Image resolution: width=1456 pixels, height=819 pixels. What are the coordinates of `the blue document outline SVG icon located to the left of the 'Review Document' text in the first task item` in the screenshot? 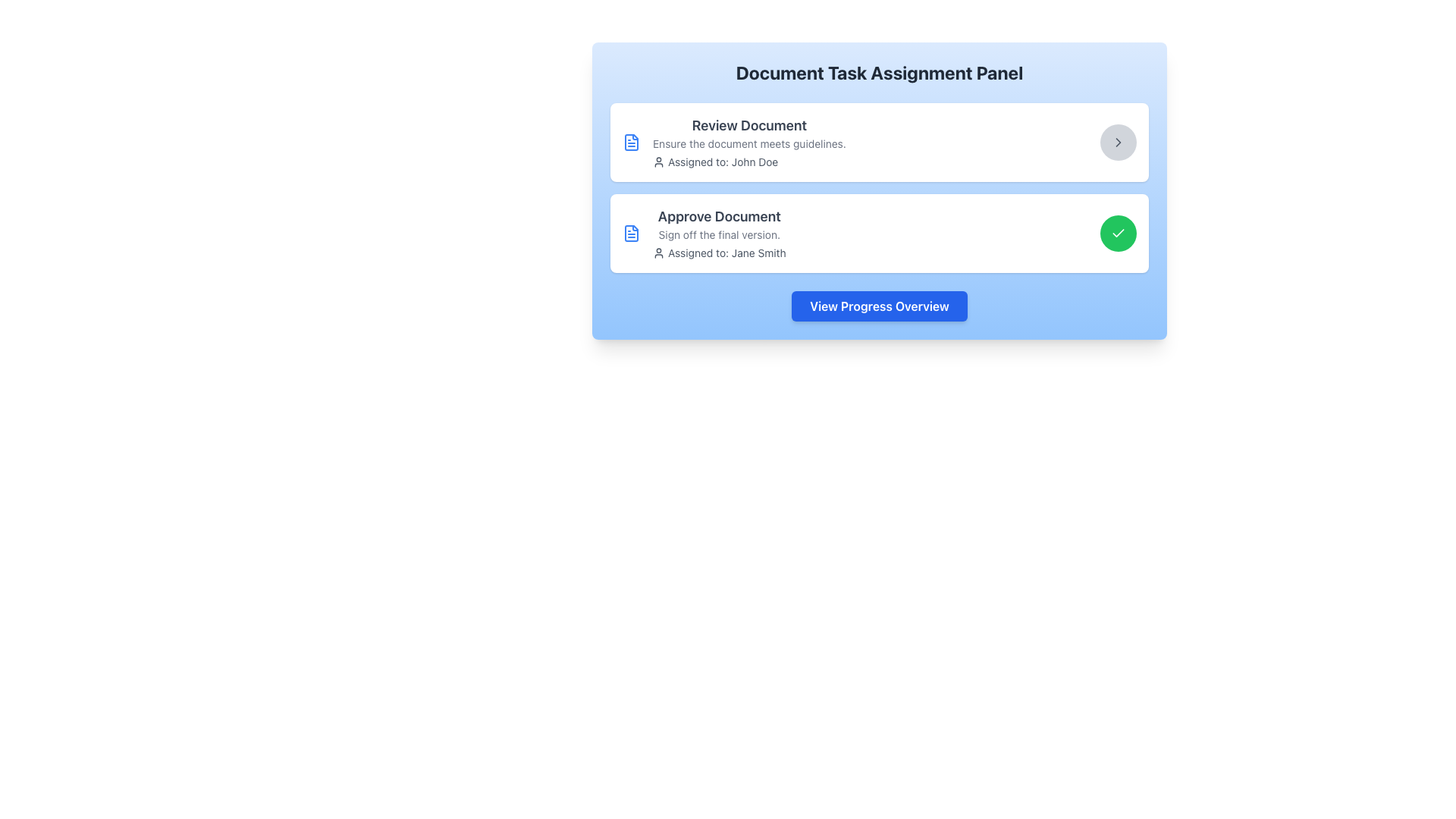 It's located at (632, 143).